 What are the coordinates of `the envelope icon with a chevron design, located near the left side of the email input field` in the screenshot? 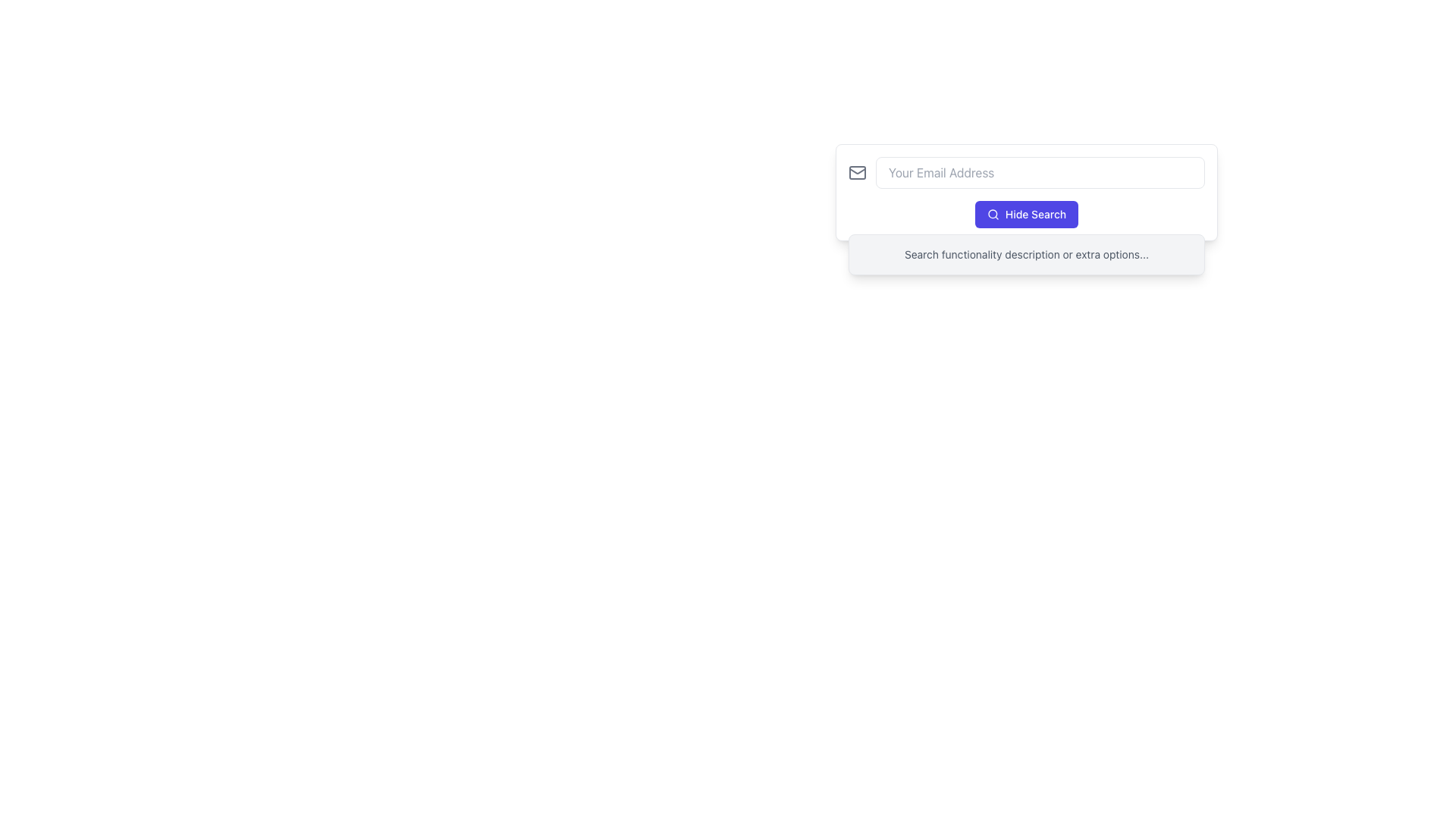 It's located at (858, 170).